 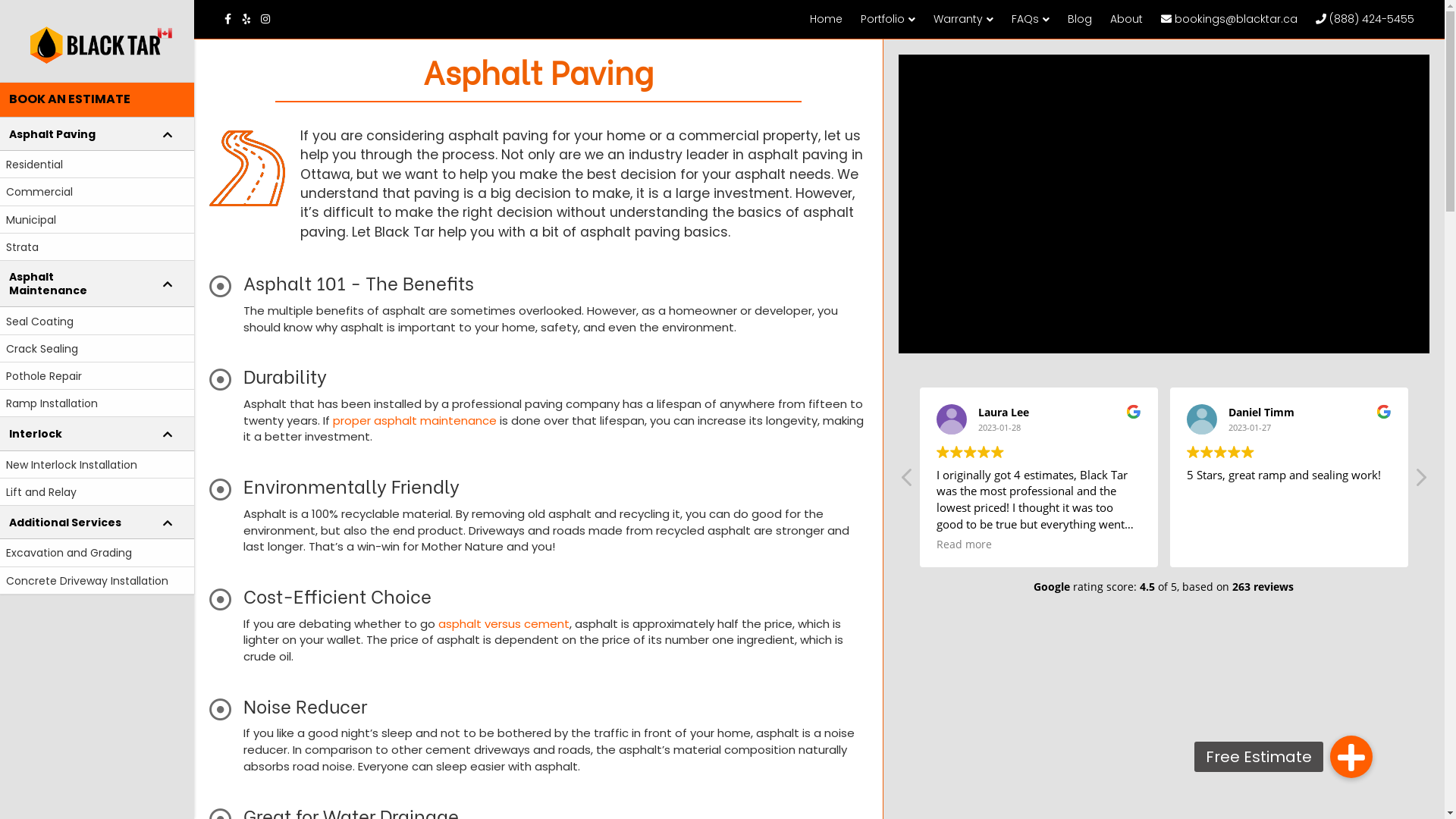 I want to click on 'Warranty', so click(x=962, y=19).